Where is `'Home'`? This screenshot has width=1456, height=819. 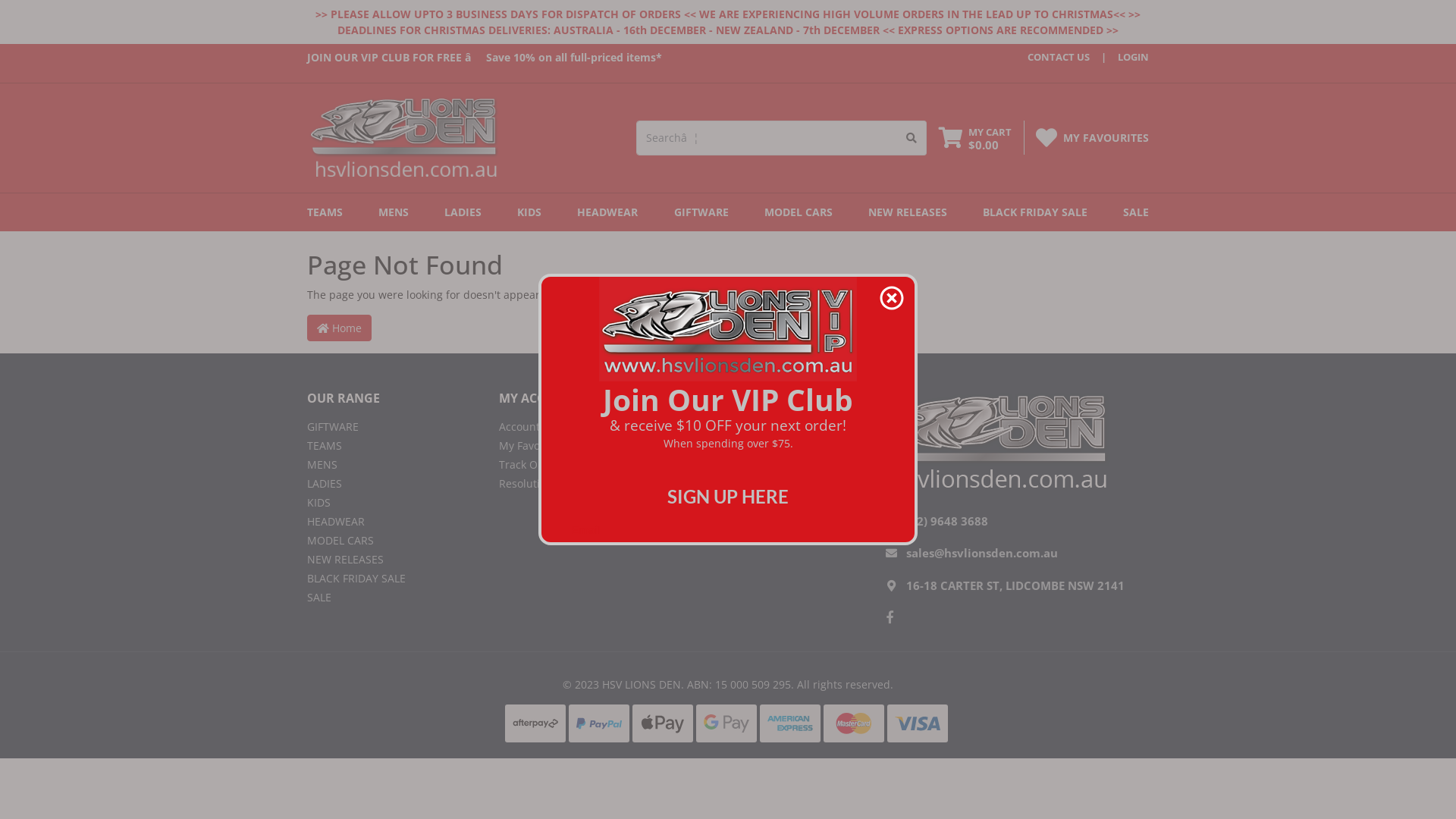
'Home' is located at coordinates (338, 327).